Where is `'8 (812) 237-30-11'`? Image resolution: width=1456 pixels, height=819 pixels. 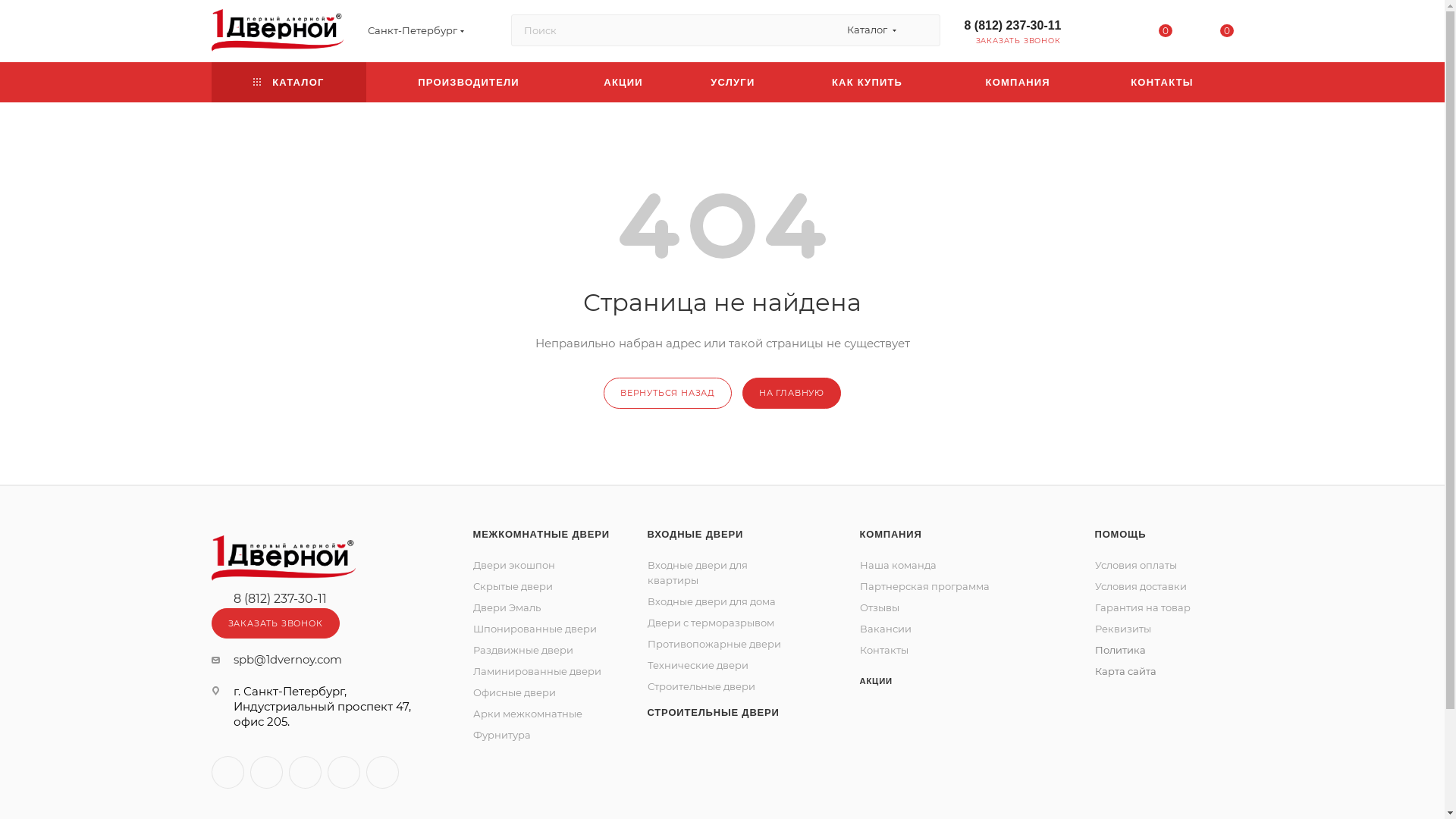
'8 (812) 237-30-11' is located at coordinates (1012, 24).